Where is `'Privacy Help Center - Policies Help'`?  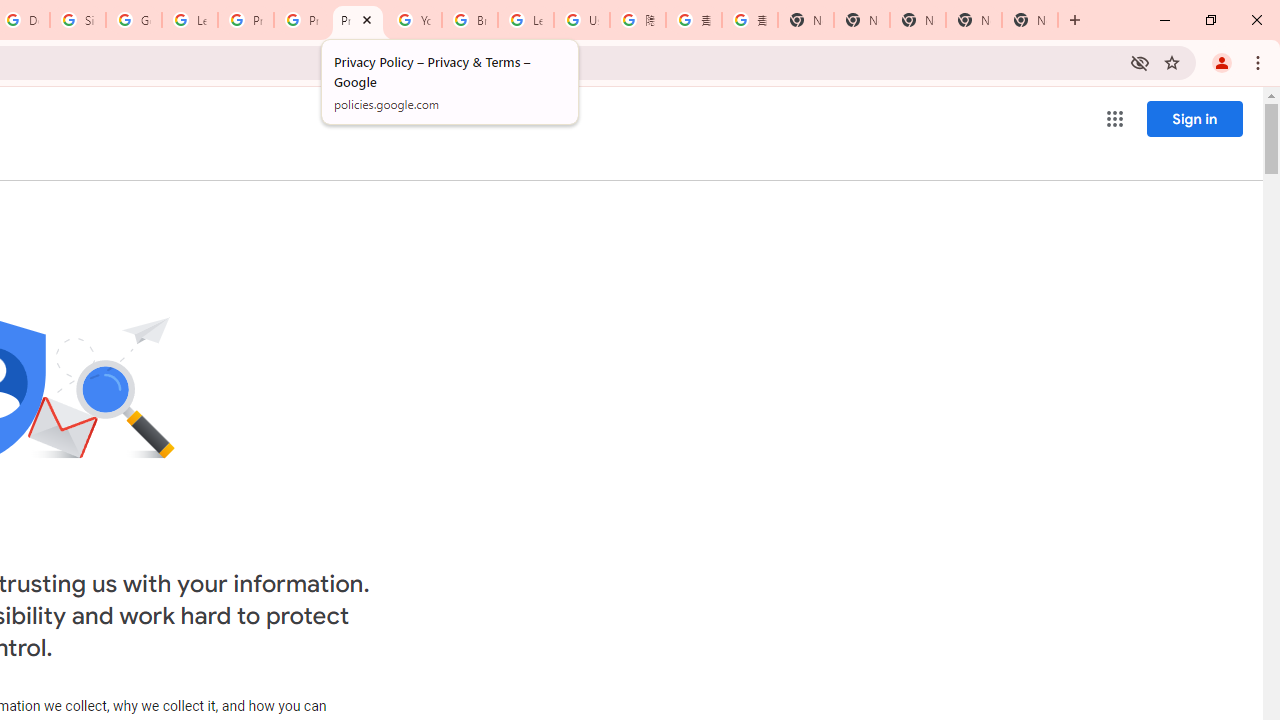
'Privacy Help Center - Policies Help' is located at coordinates (301, 20).